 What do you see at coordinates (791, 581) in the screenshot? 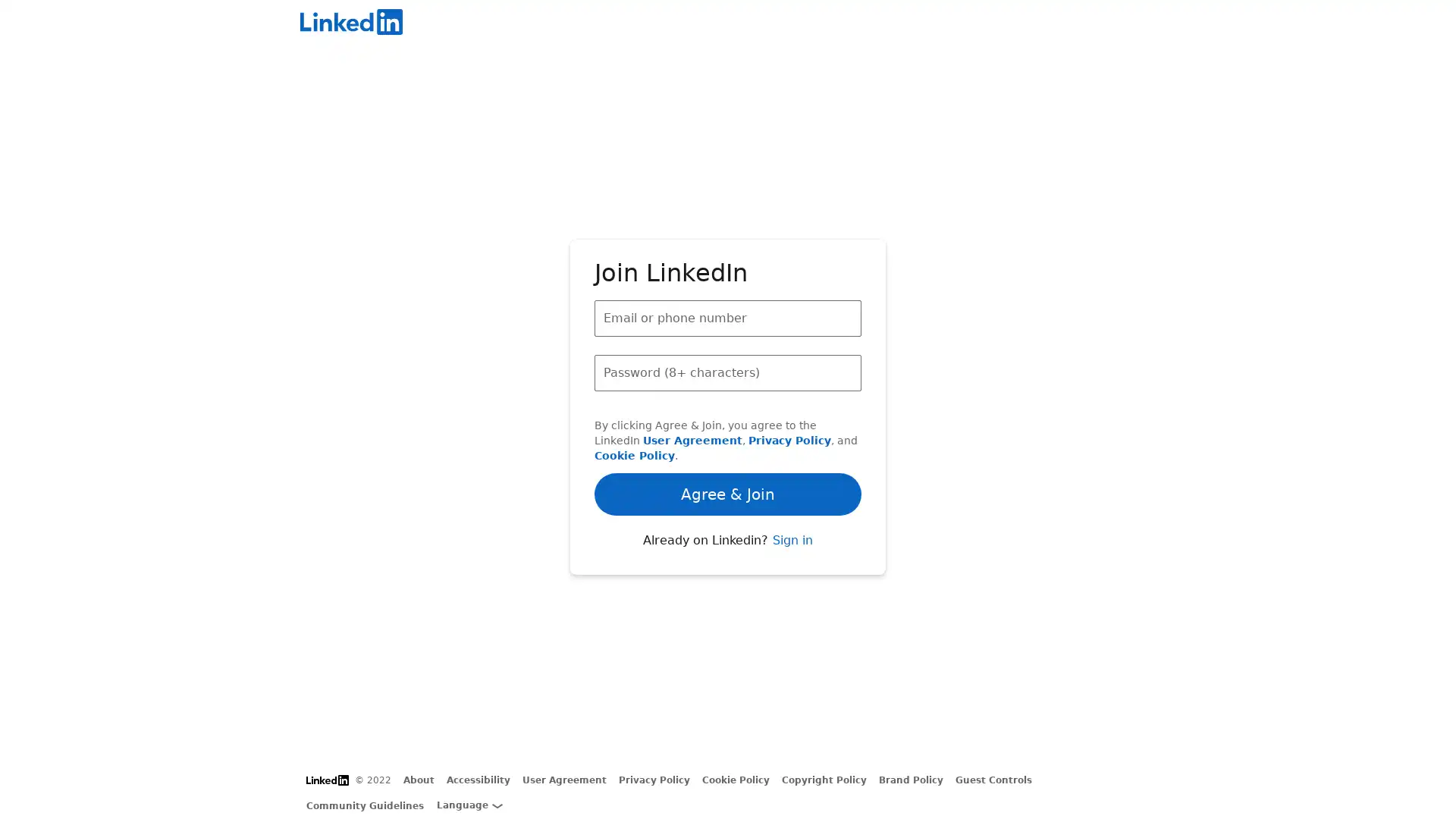
I see `Sign in` at bounding box center [791, 581].